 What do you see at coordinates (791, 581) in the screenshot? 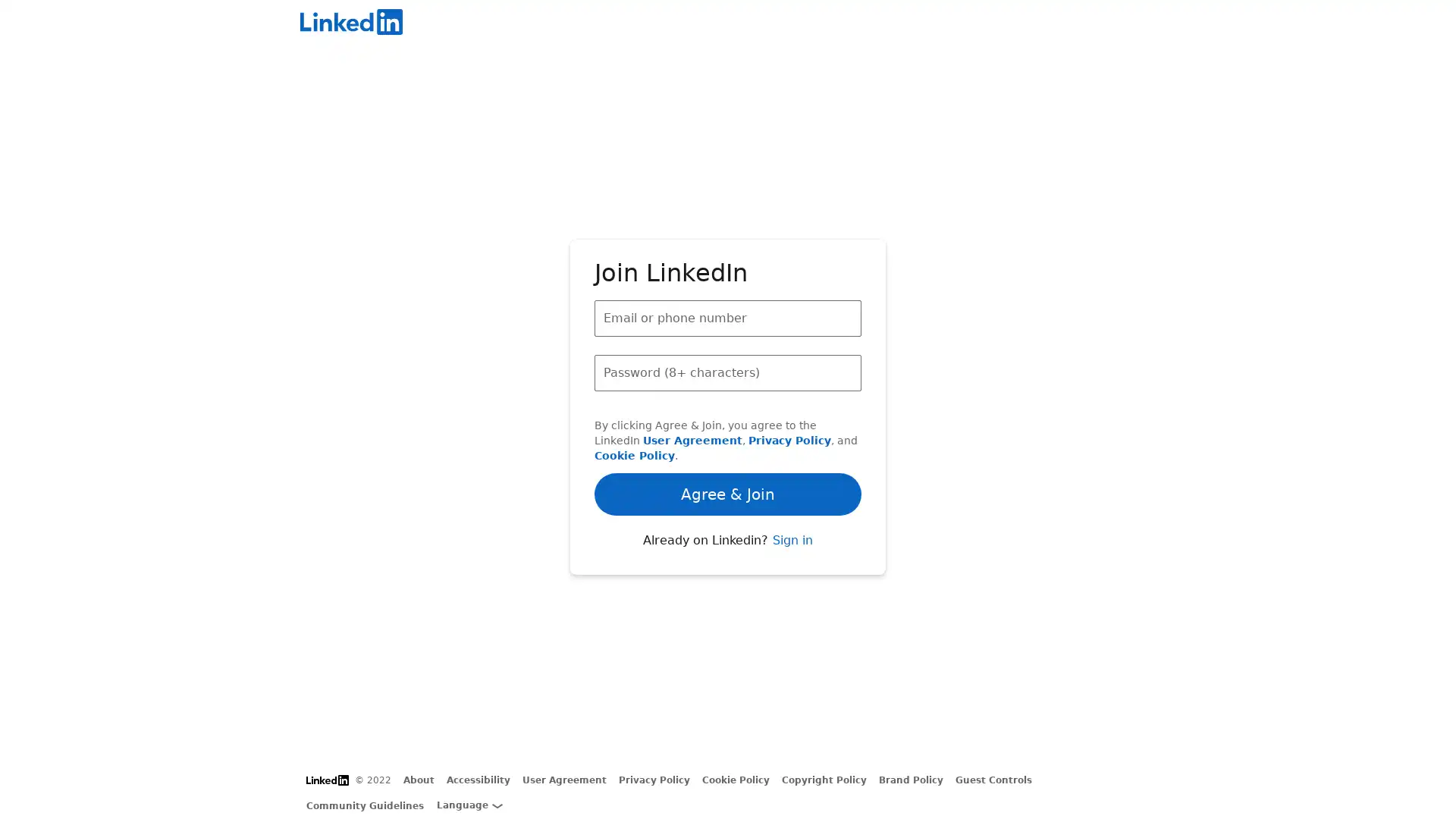
I see `Sign in` at bounding box center [791, 581].